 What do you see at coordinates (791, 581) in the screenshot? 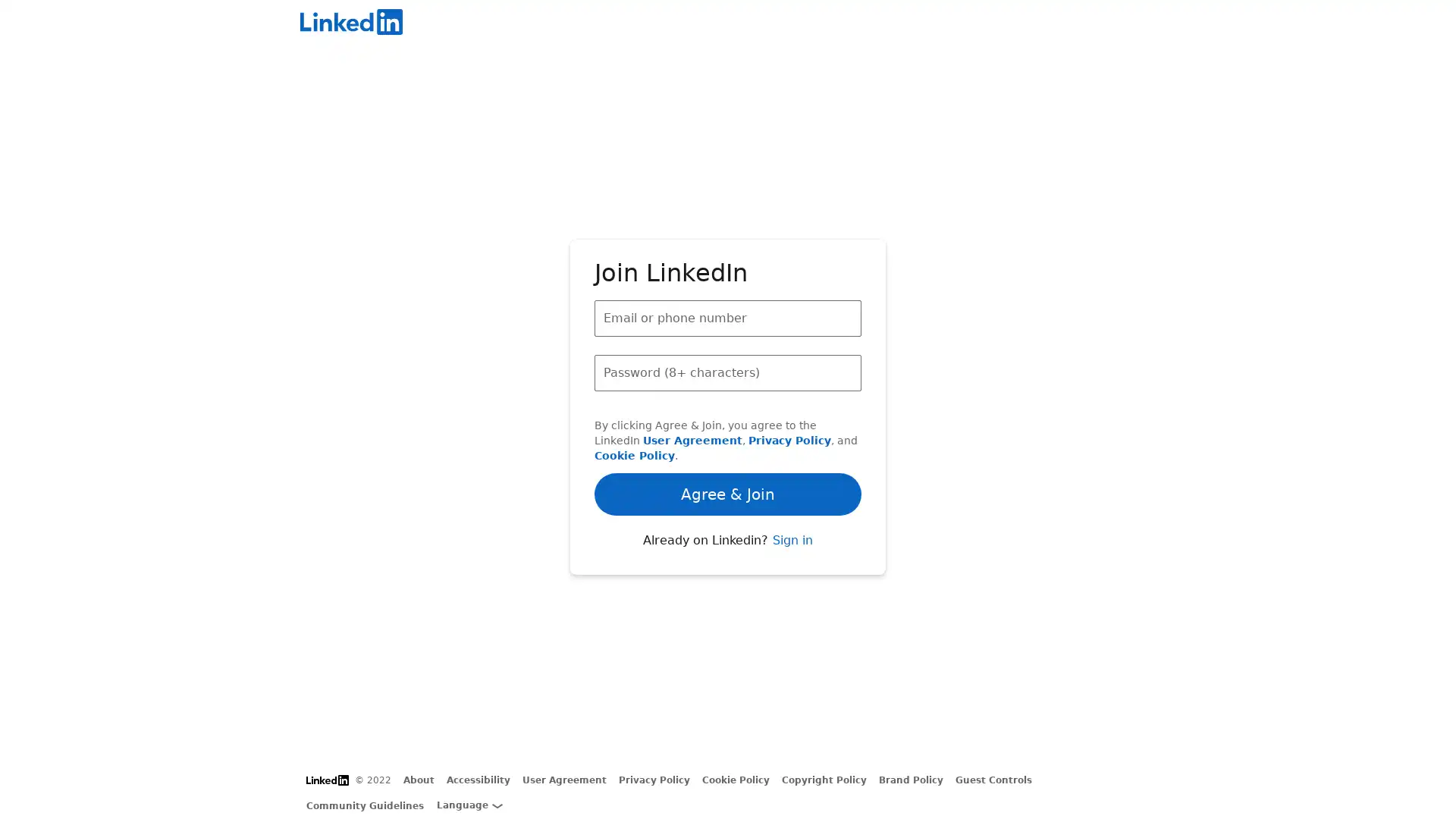
I see `Sign in` at bounding box center [791, 581].